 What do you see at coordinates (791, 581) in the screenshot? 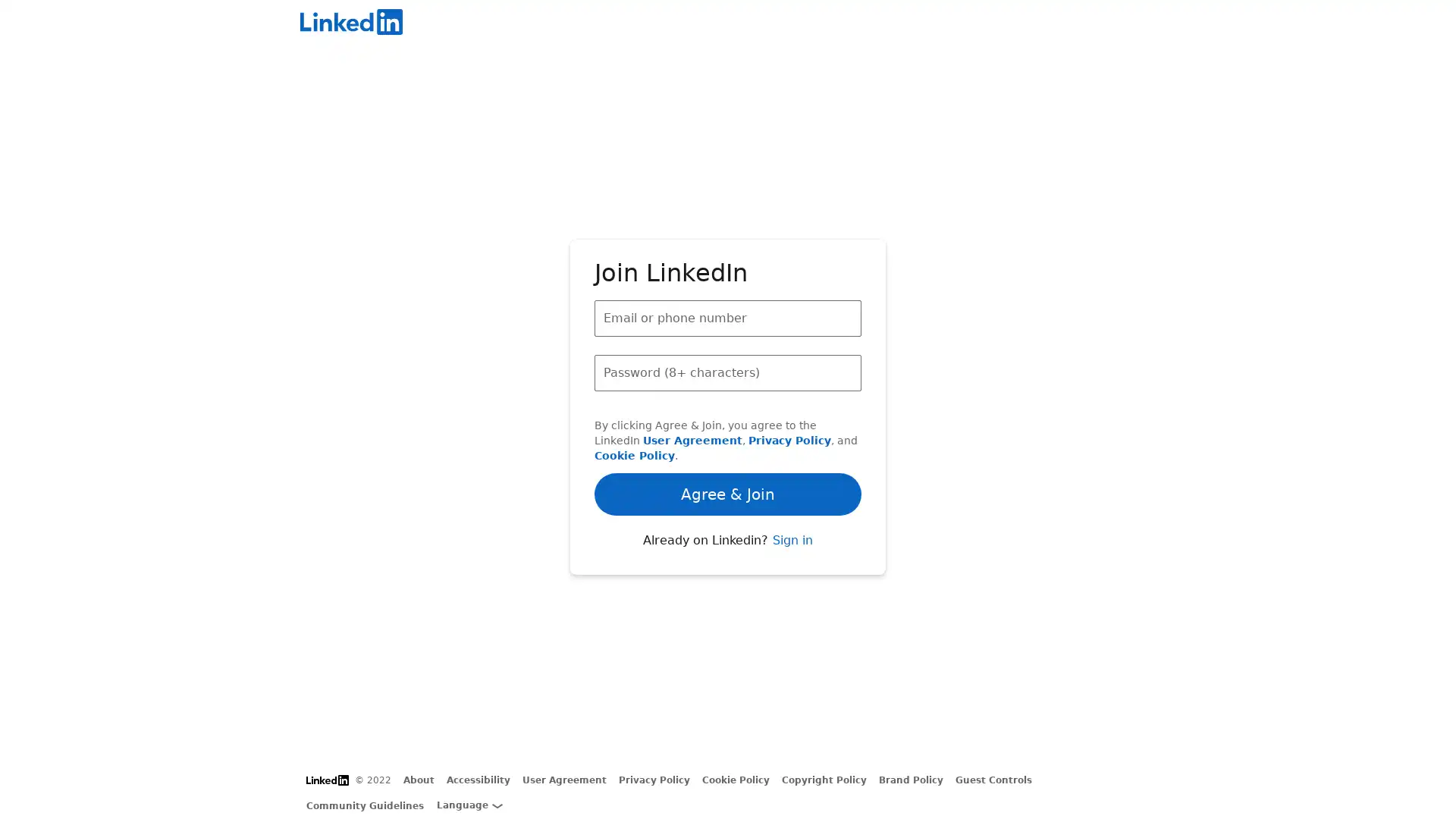
I see `Sign in` at bounding box center [791, 581].